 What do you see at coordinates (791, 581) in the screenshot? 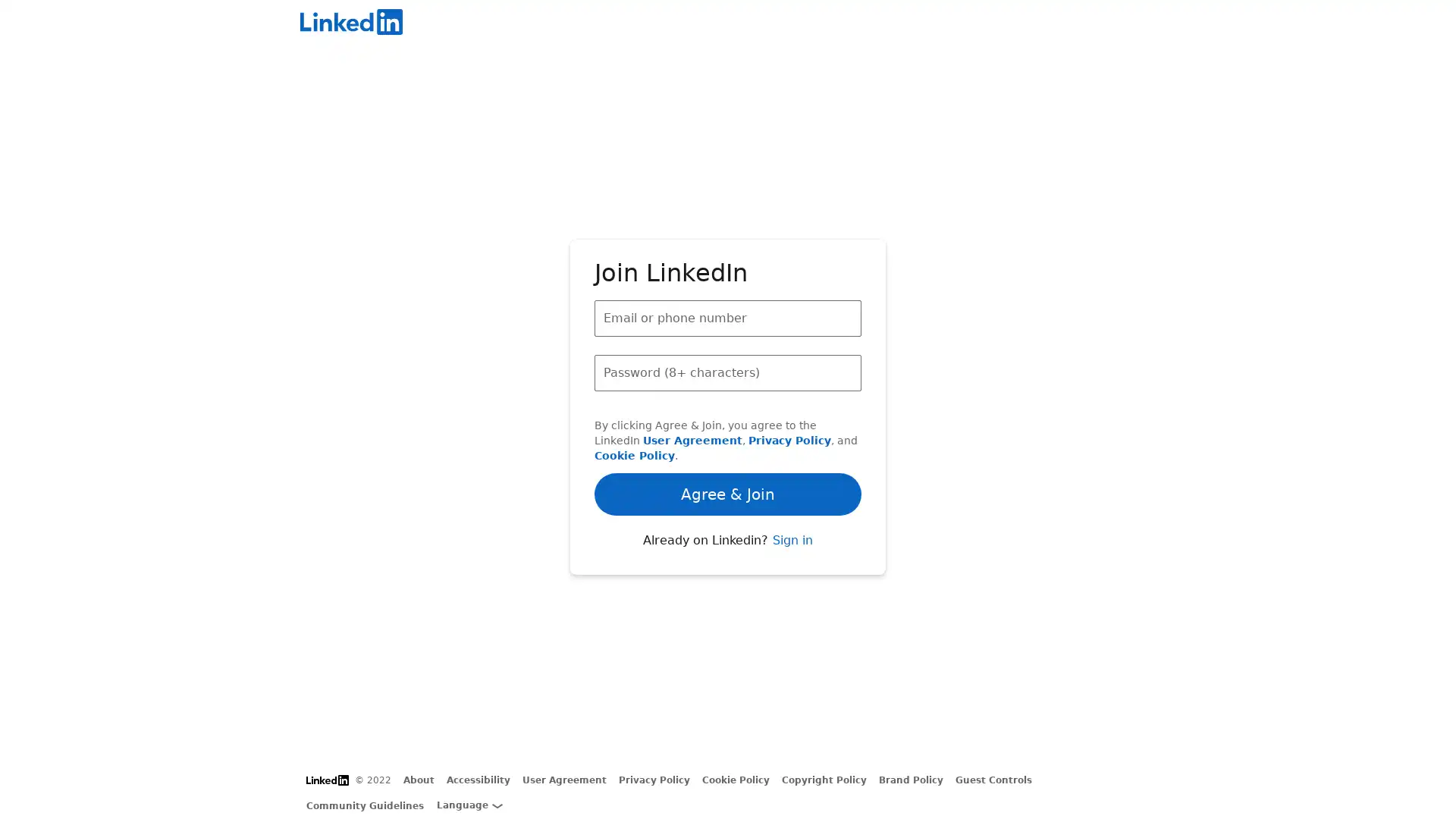
I see `Sign in` at bounding box center [791, 581].